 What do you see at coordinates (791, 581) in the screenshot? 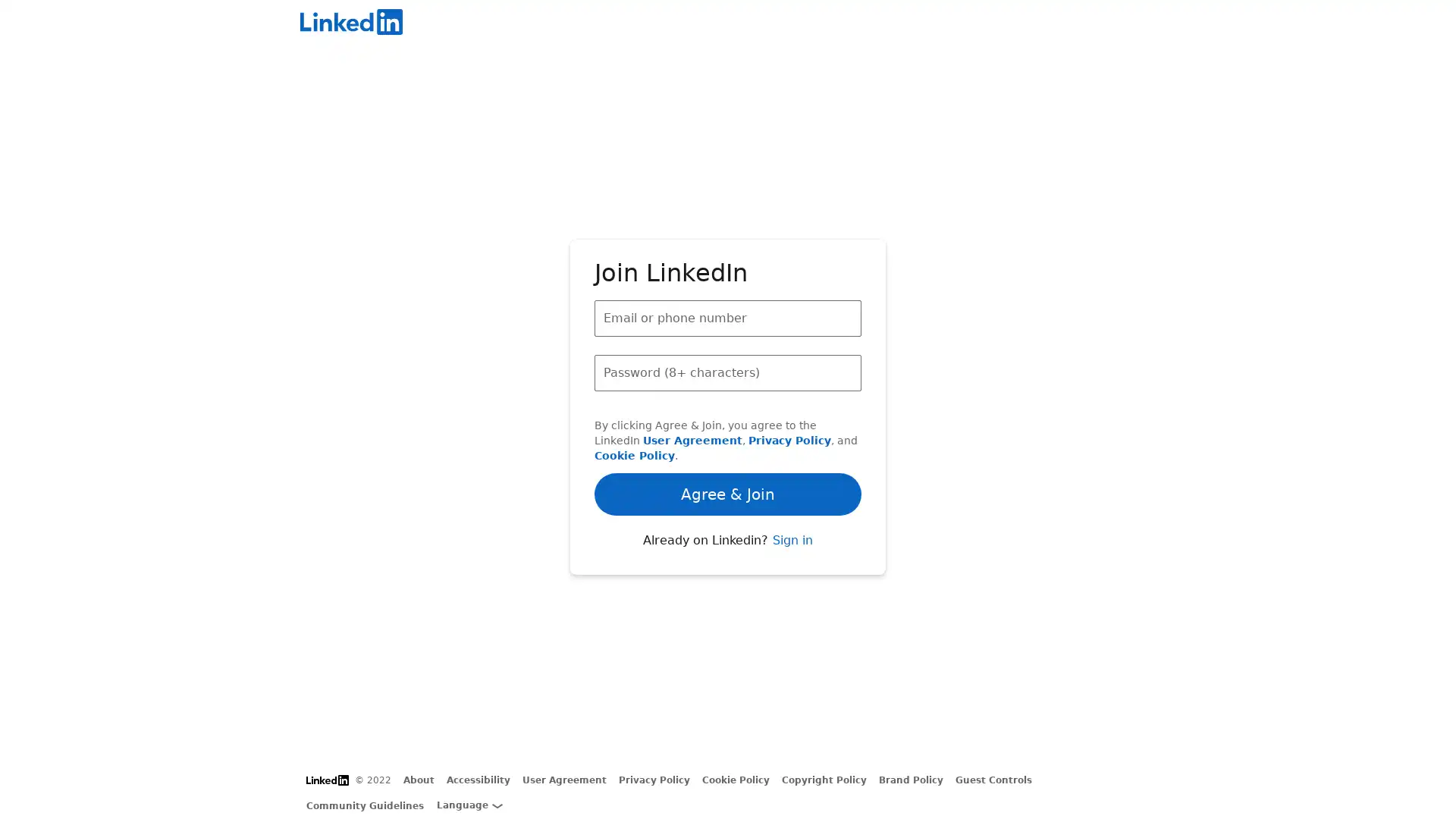
I see `Sign in` at bounding box center [791, 581].